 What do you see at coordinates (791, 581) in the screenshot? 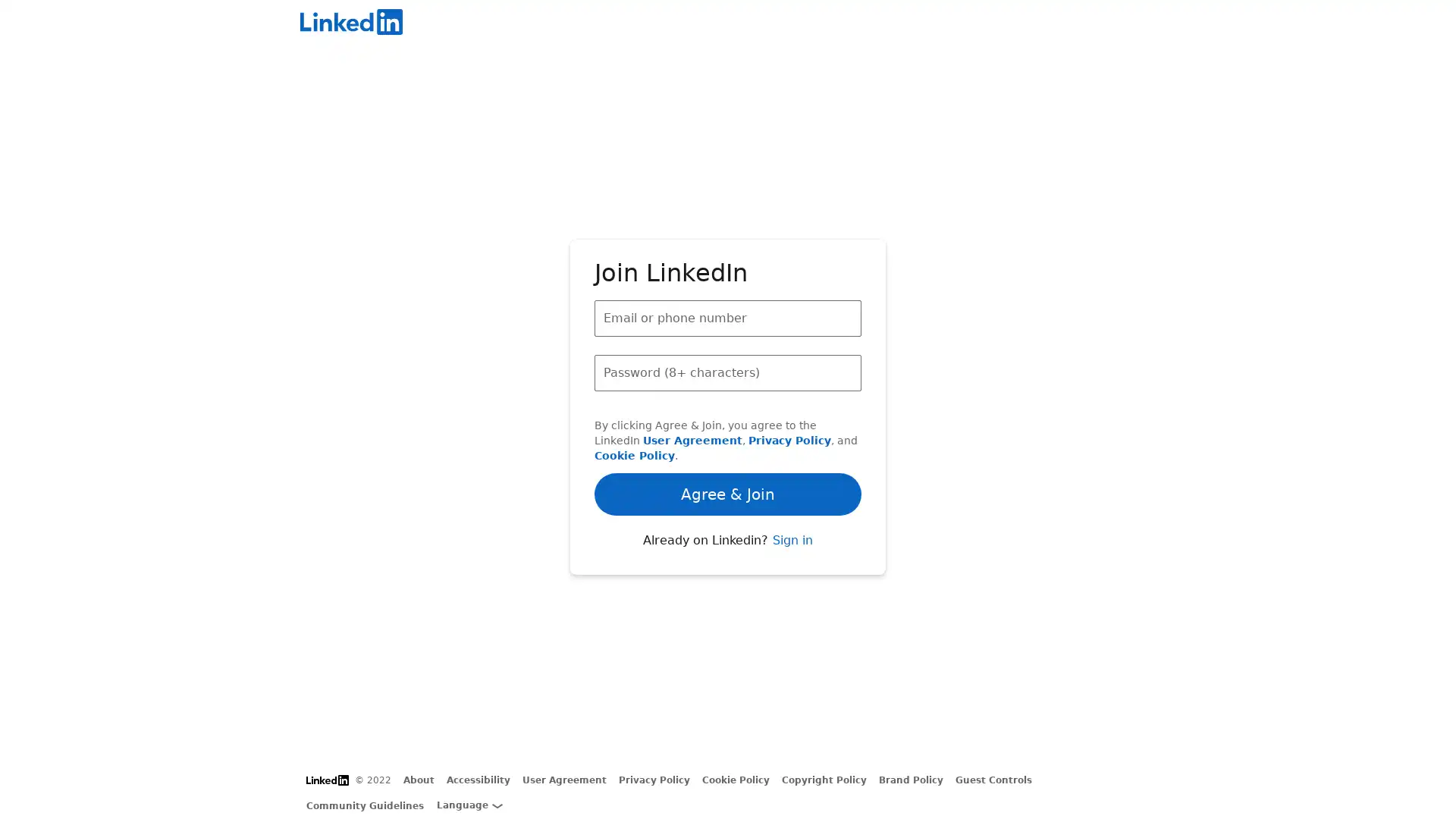
I see `Sign in` at bounding box center [791, 581].